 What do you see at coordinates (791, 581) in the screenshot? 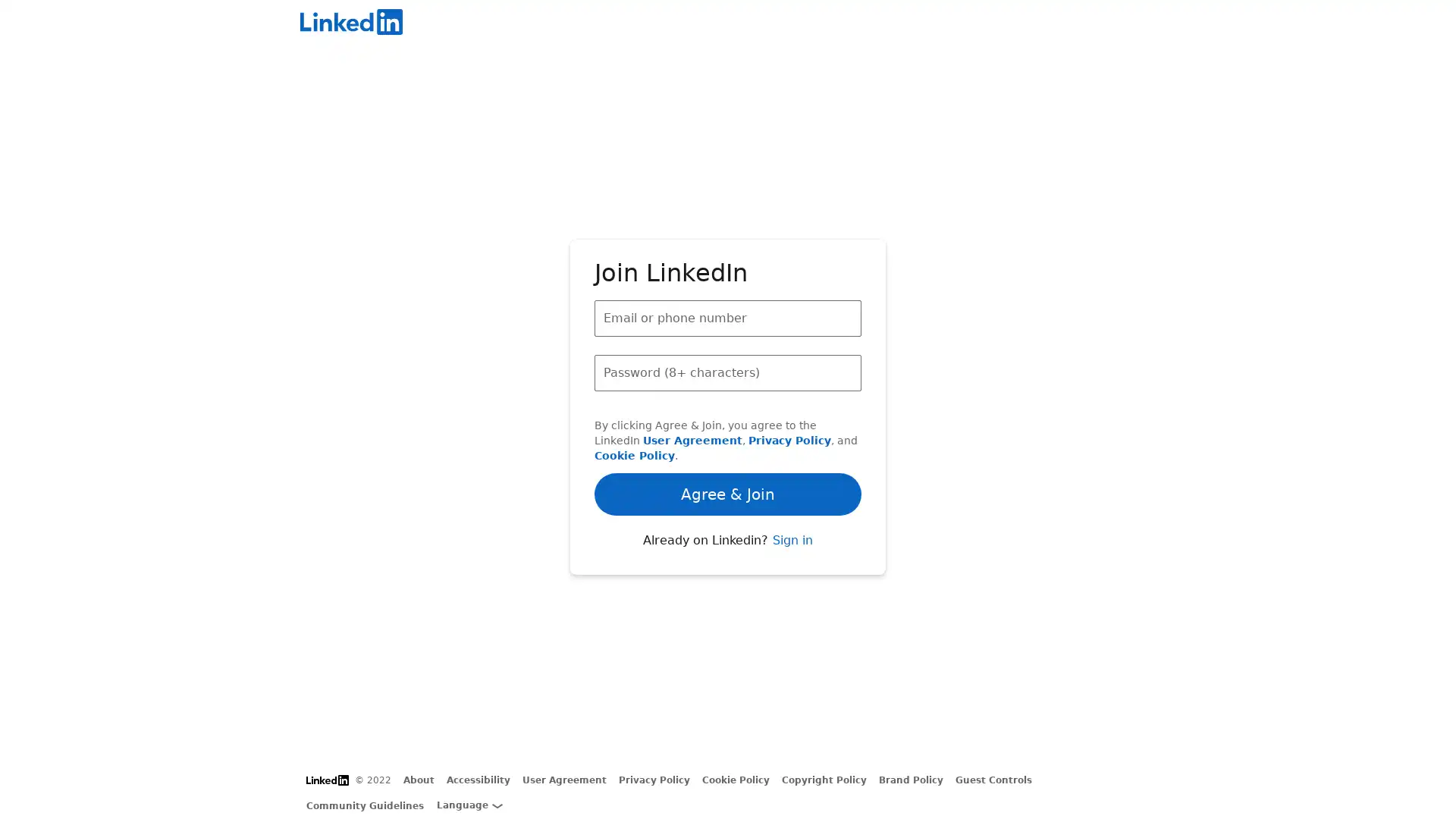
I see `Sign in` at bounding box center [791, 581].